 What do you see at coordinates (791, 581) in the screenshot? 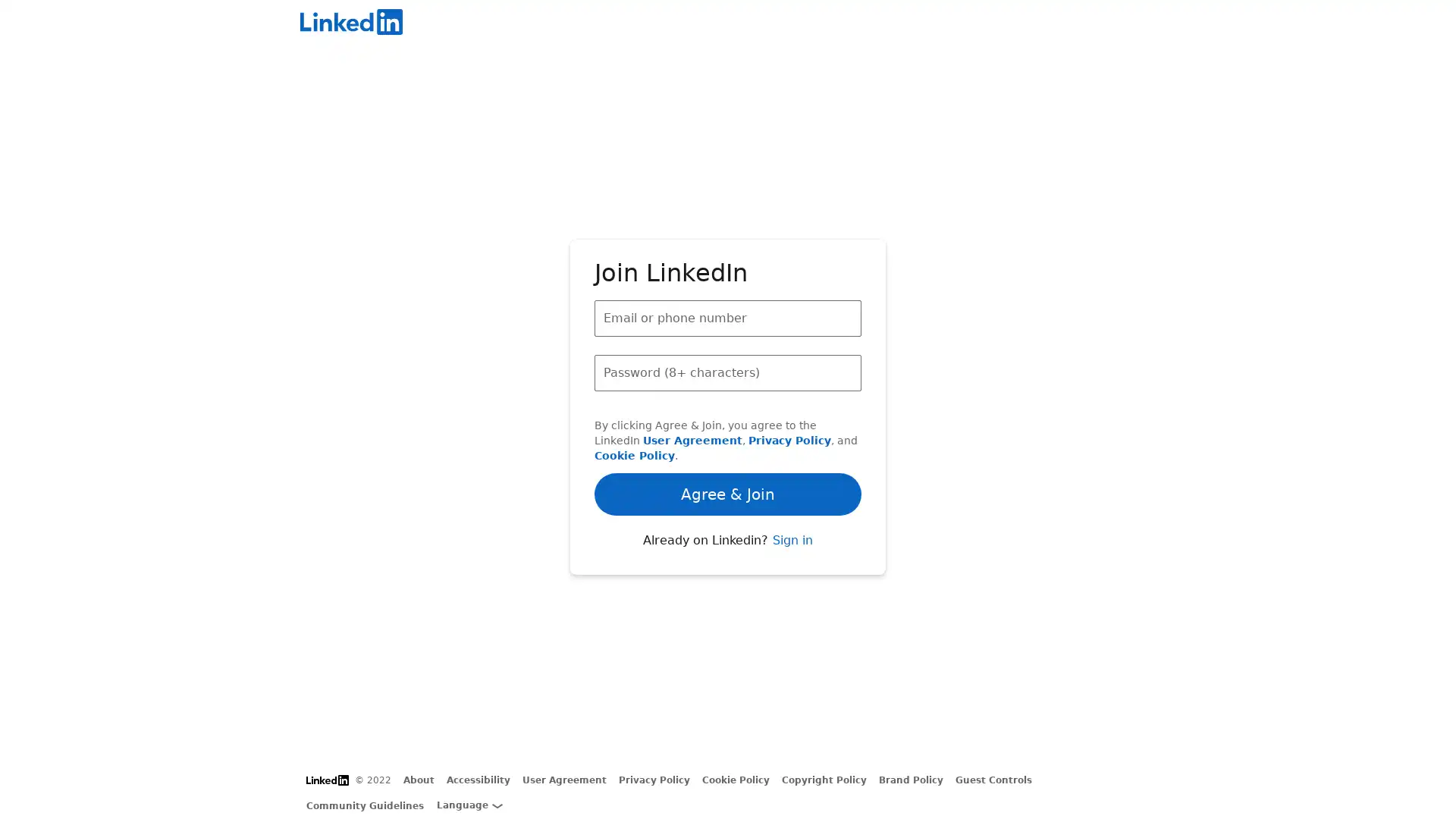
I see `Sign in` at bounding box center [791, 581].